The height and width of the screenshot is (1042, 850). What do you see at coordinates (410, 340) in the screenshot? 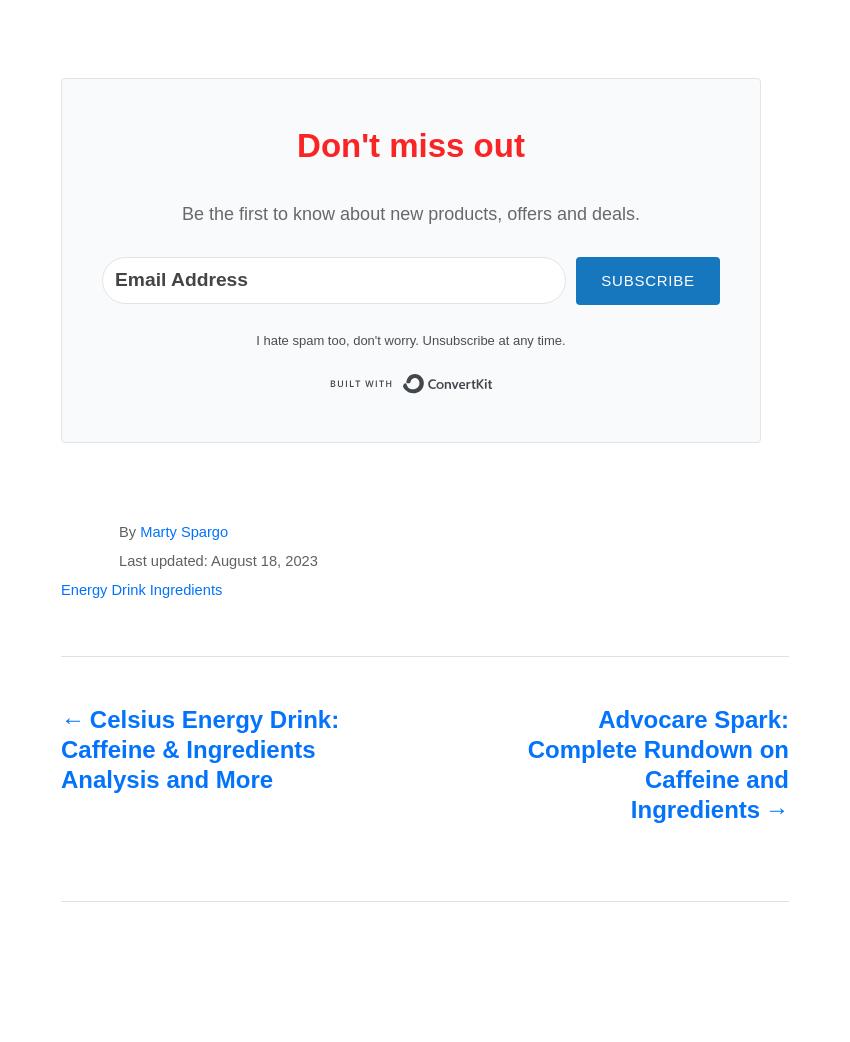
I see `'I hate spam too, don't worry. Unsubscribe at any time.'` at bounding box center [410, 340].